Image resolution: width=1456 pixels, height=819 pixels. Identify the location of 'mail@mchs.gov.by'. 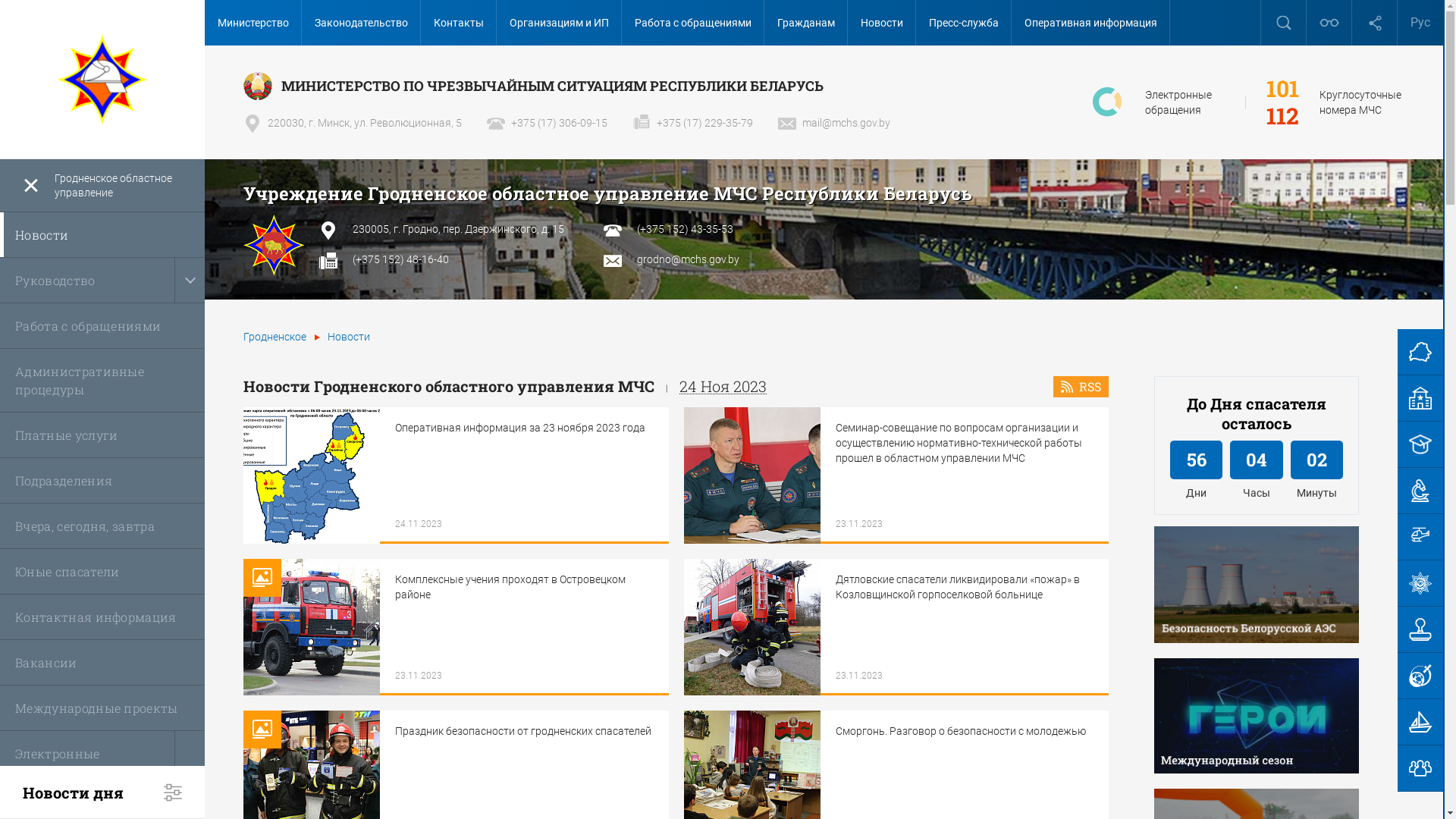
(778, 122).